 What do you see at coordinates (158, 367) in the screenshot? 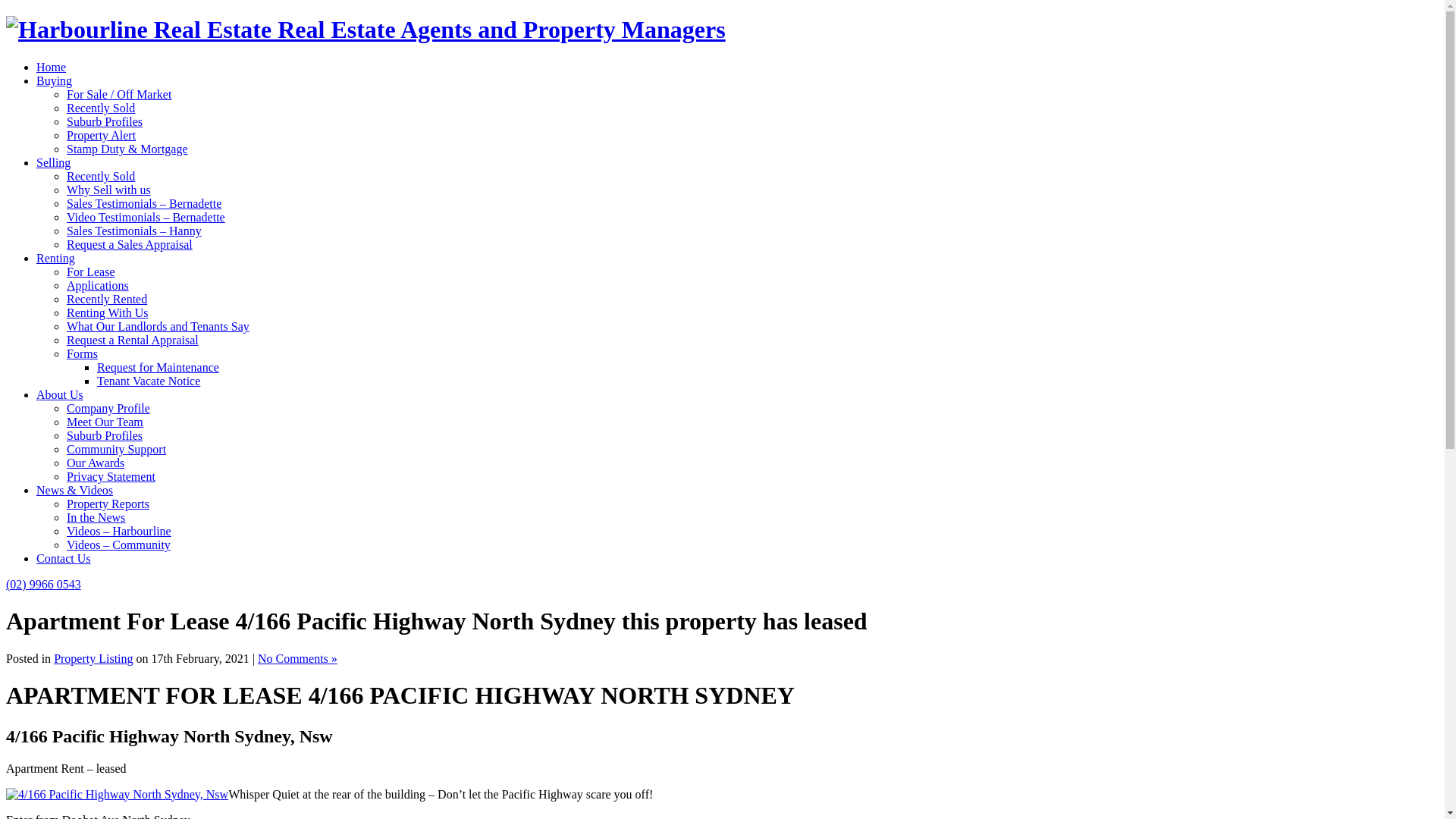
I see `'Request for Maintenance'` at bounding box center [158, 367].